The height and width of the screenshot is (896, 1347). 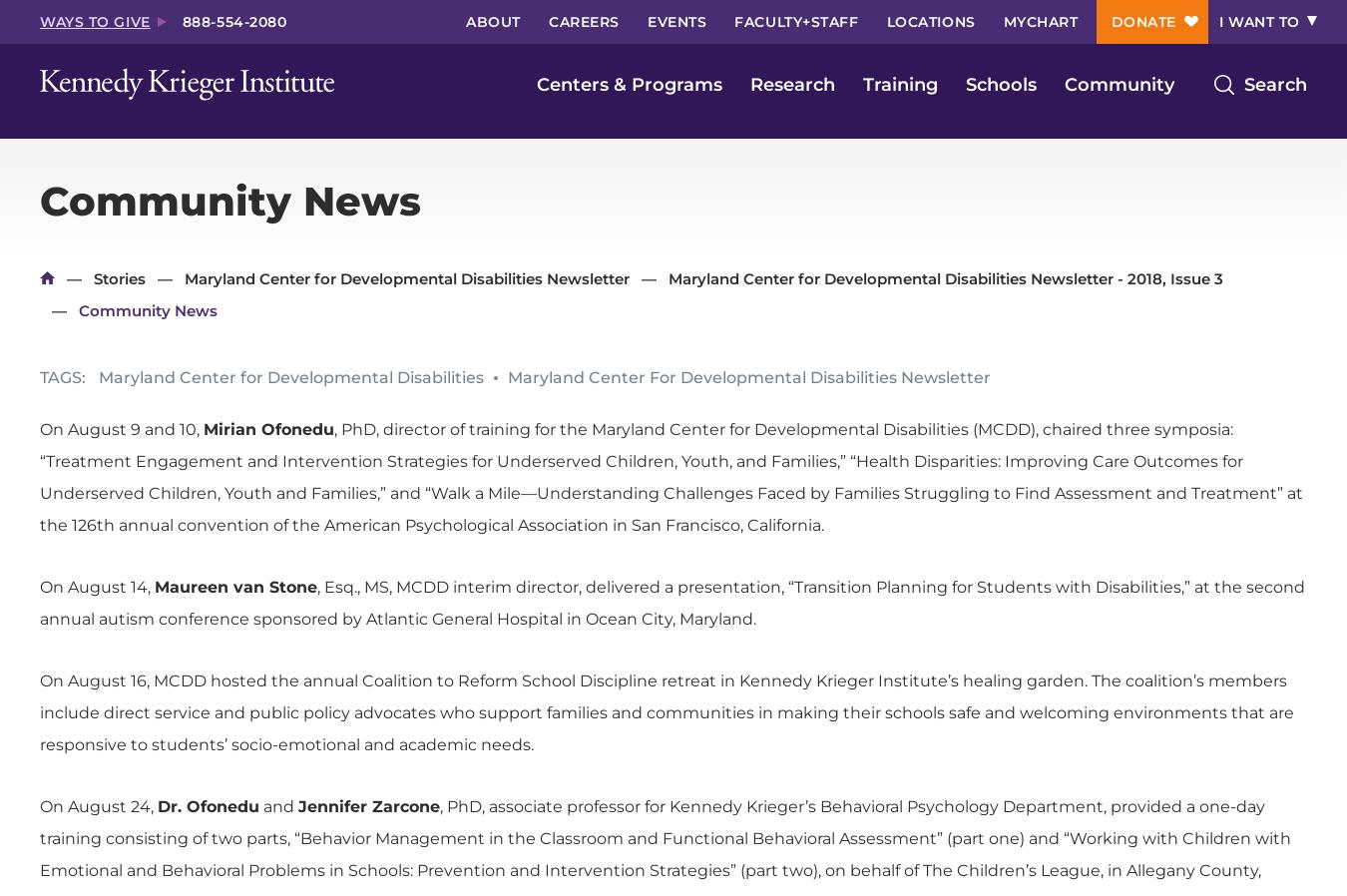 I want to click on 'Stories', so click(x=92, y=278).